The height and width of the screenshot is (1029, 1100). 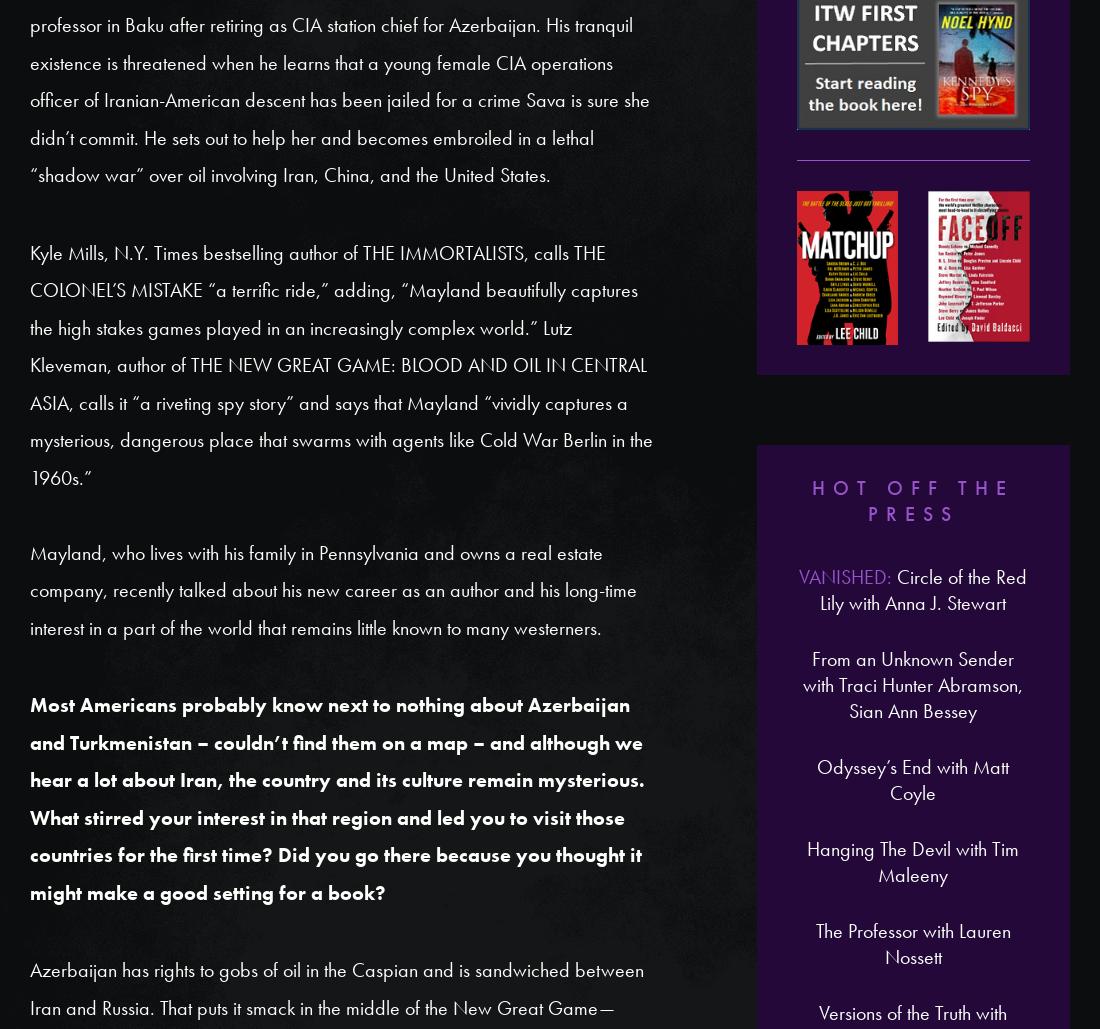 I want to click on 'To learn more about Dan, please visit his', so click(x=29, y=456).